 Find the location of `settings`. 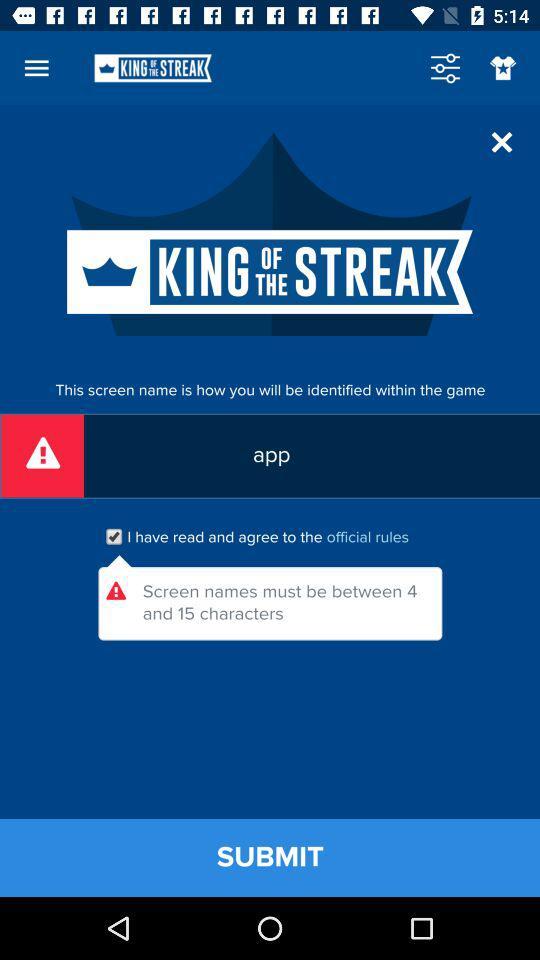

settings is located at coordinates (445, 68).